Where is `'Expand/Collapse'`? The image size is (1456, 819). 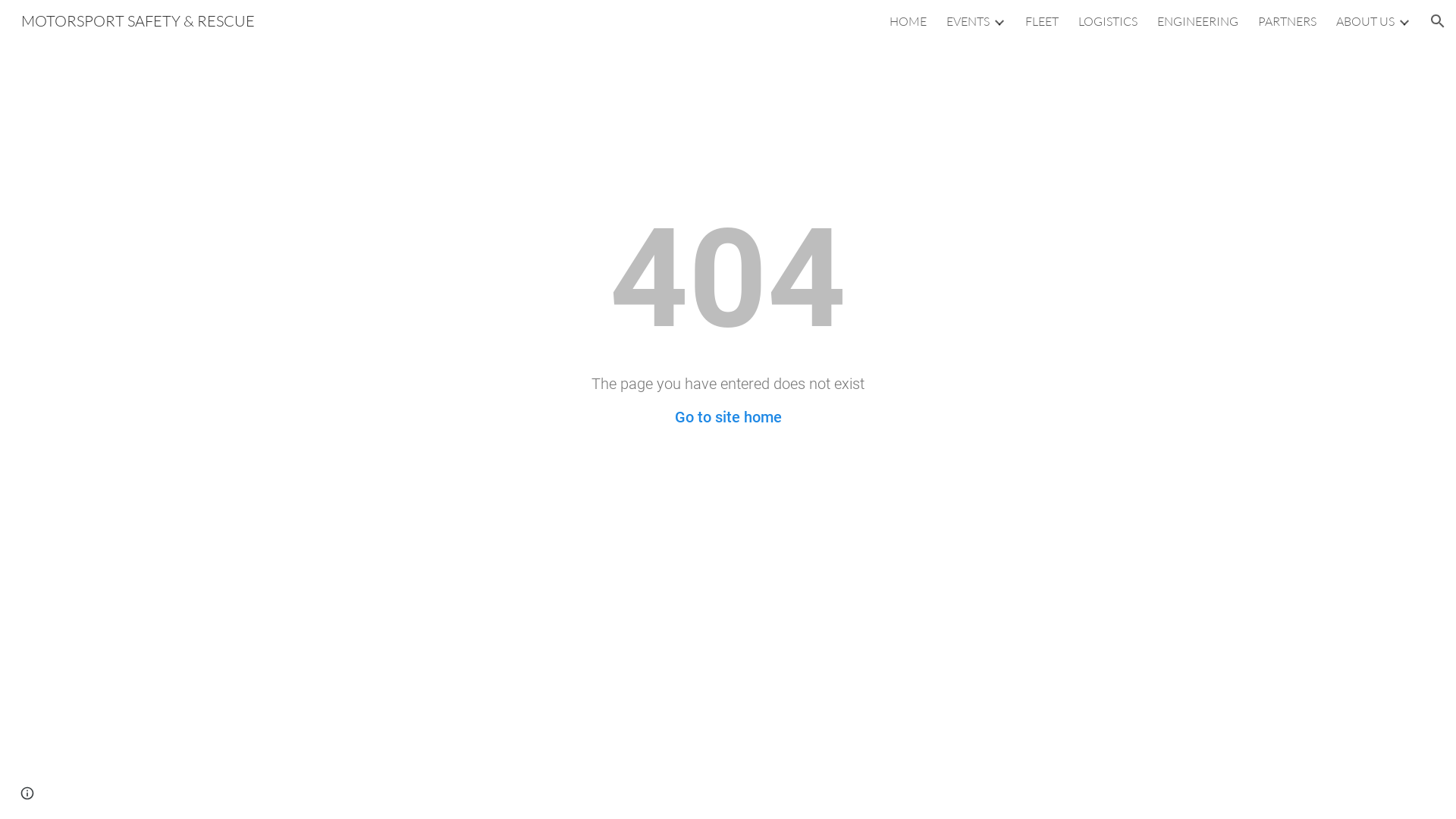 'Expand/Collapse' is located at coordinates (1403, 20).